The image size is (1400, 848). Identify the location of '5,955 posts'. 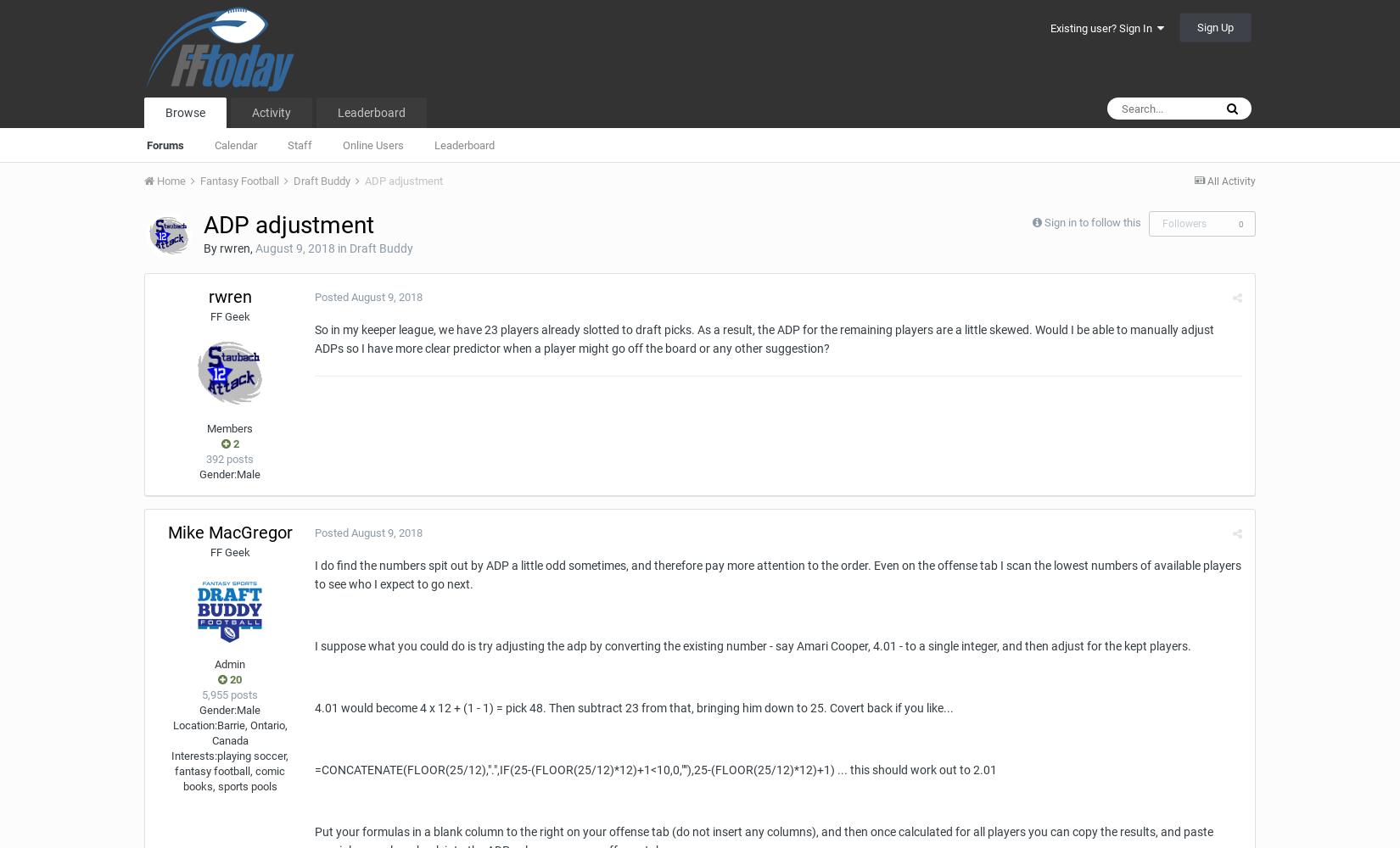
(229, 694).